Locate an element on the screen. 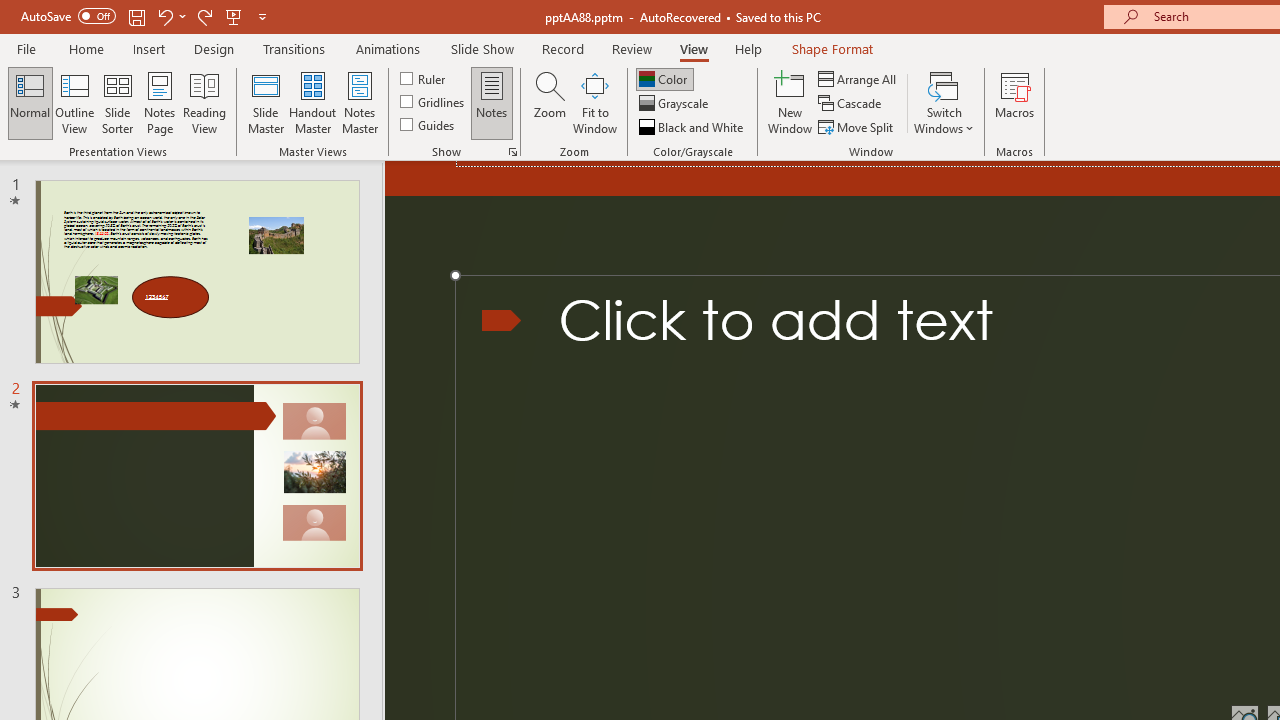  'Guides' is located at coordinates (427, 124).